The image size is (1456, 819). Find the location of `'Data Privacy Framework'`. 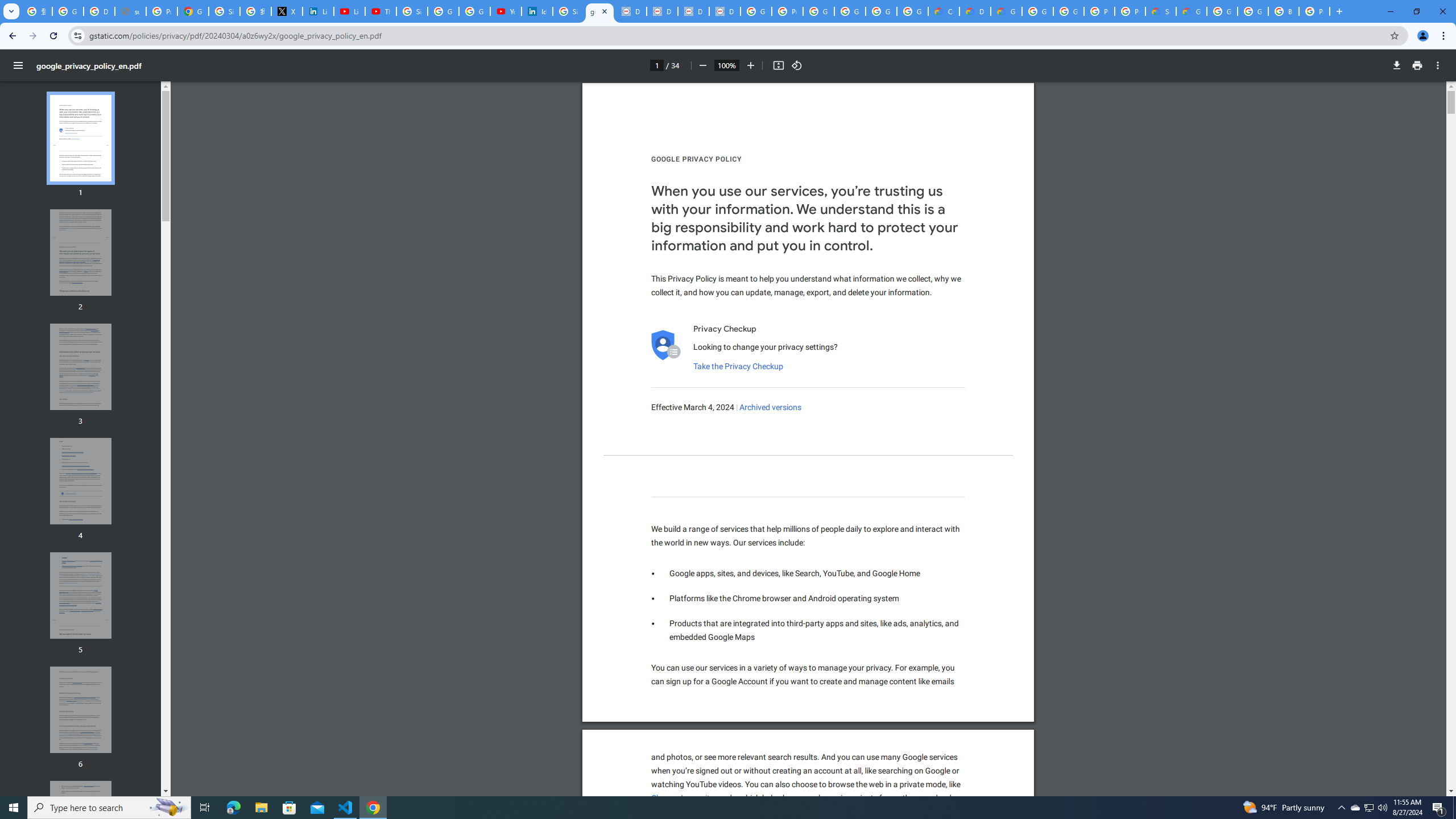

'Data Privacy Framework' is located at coordinates (661, 11).